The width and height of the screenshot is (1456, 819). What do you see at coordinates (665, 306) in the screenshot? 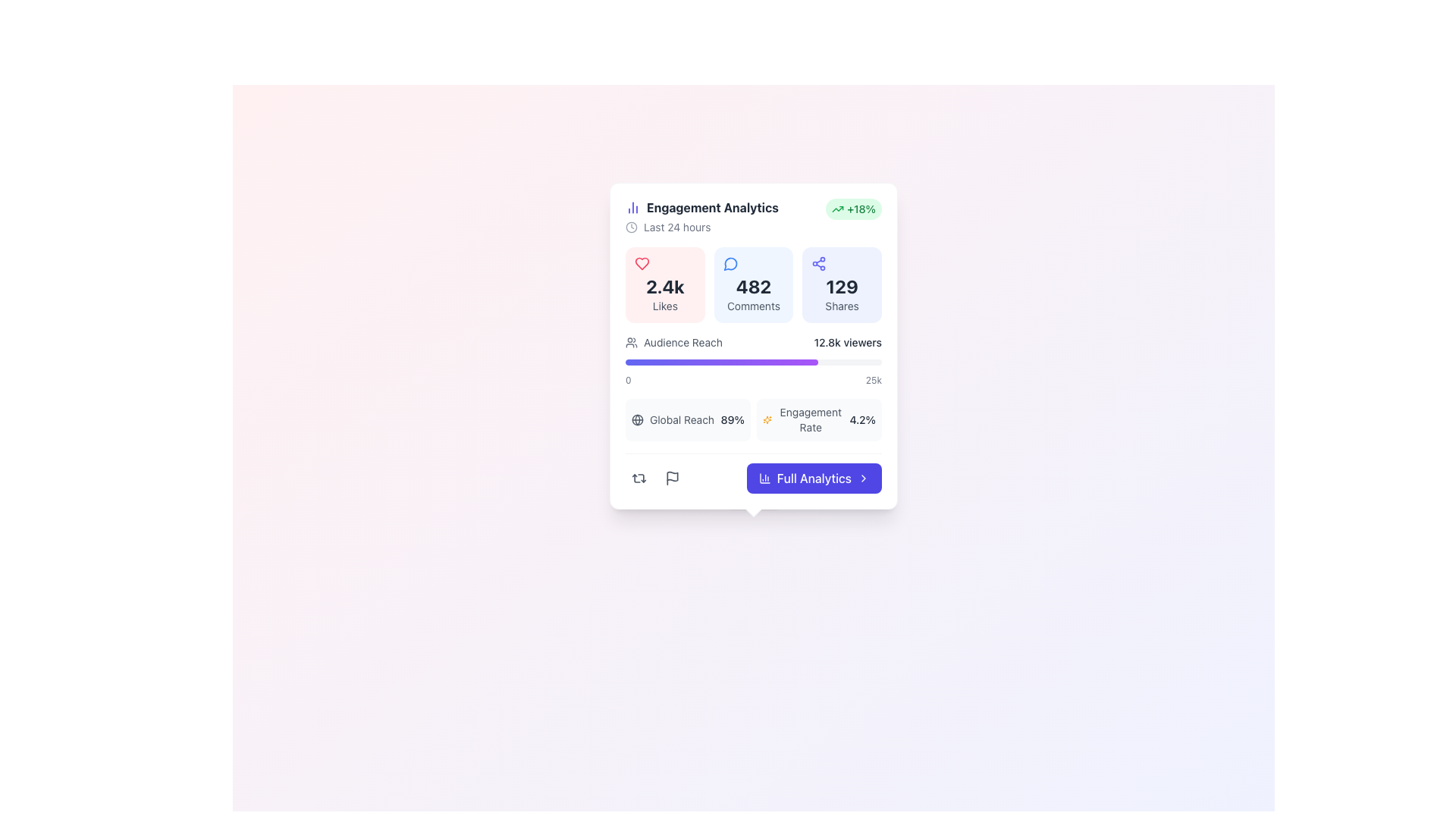
I see `the 'Likes' text label, which is styled in a light gray small font and positioned beneath the bolded counter '2.4k' in the bottom-left group of the panel` at bounding box center [665, 306].